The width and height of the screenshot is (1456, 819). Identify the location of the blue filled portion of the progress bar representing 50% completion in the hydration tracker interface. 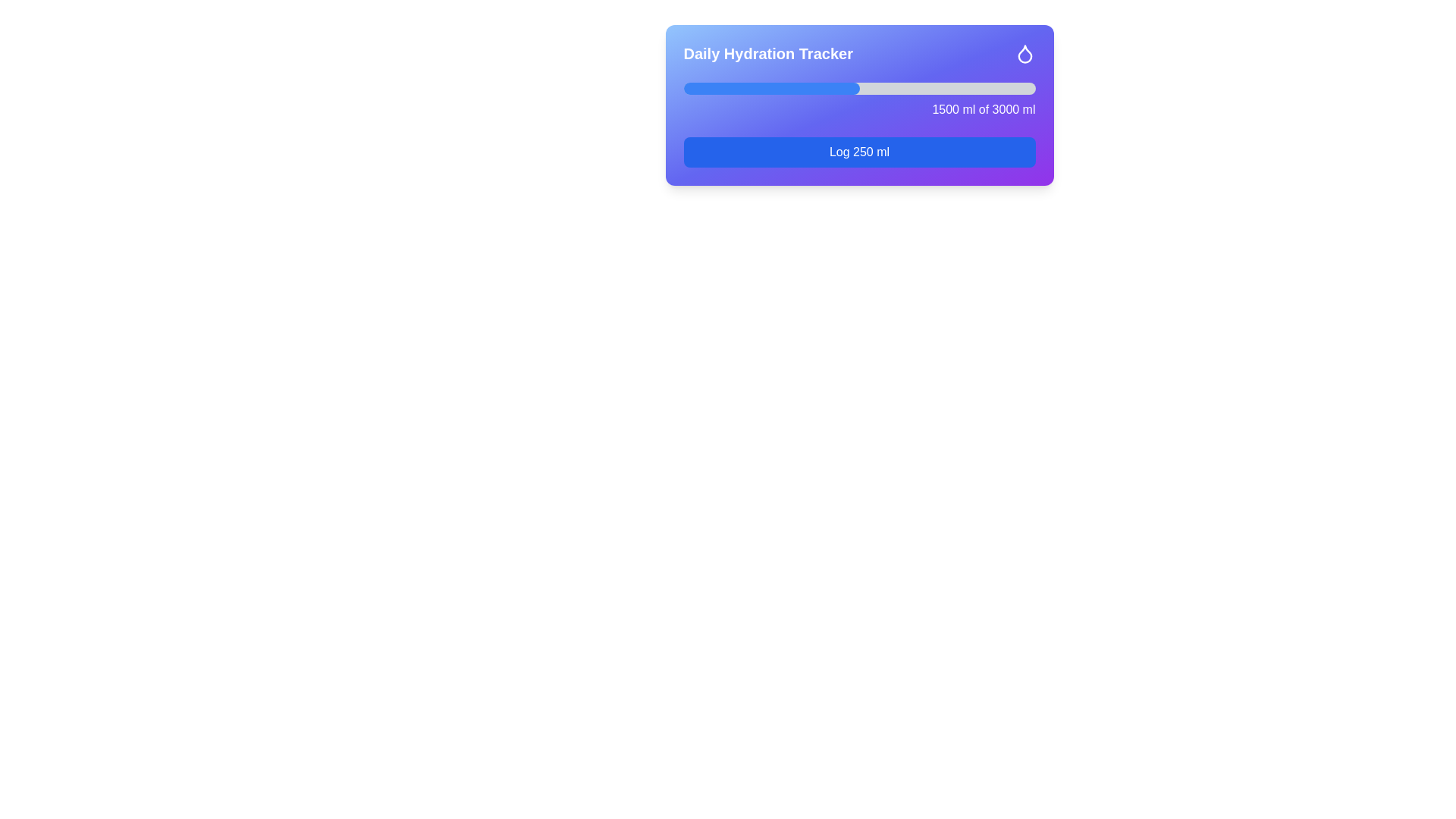
(771, 88).